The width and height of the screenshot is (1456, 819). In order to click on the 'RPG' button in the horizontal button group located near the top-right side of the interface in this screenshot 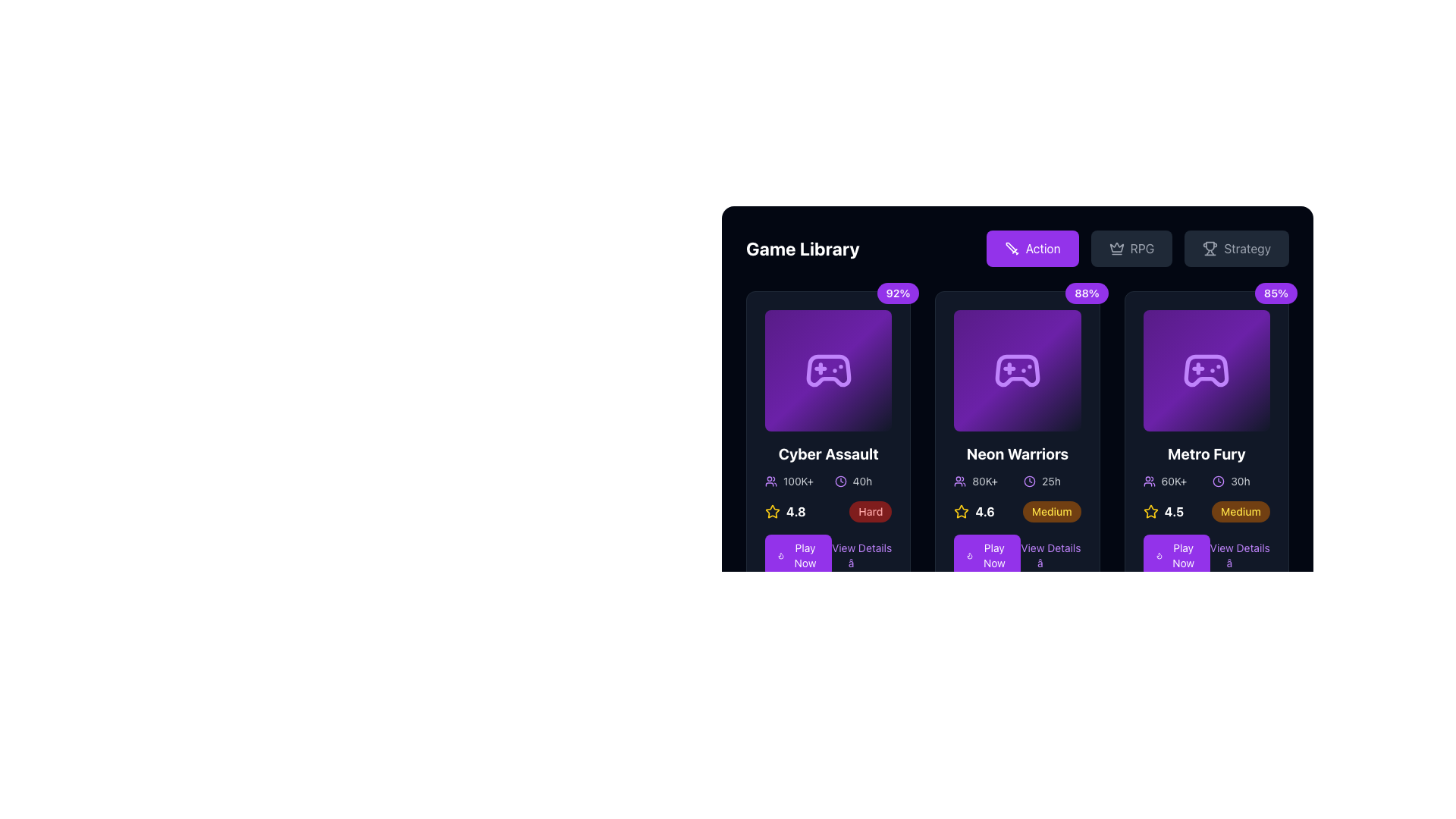, I will do `click(1137, 247)`.